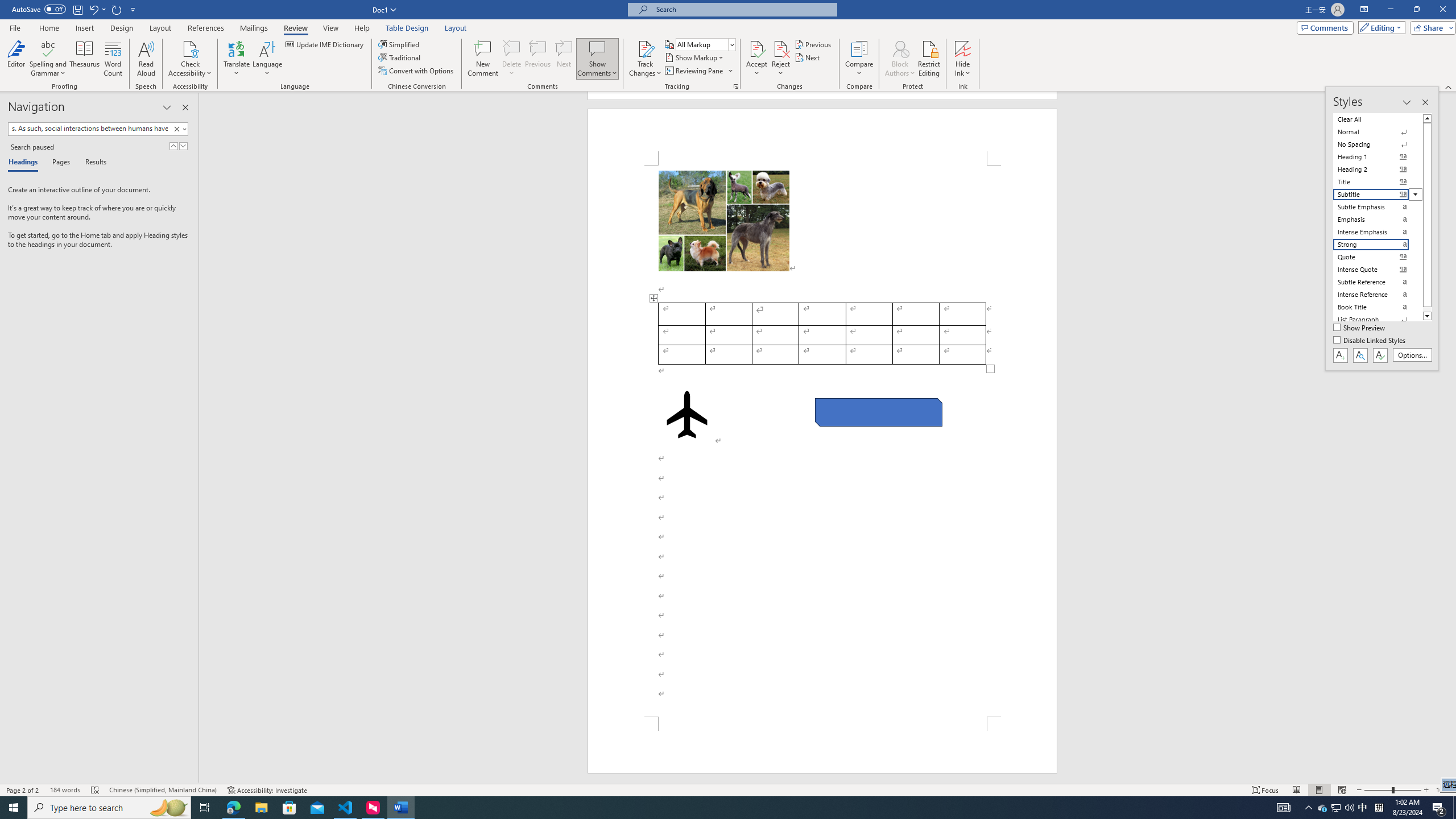 This screenshot has height=819, width=1456. What do you see at coordinates (1379, 355) in the screenshot?
I see `'Class: NetUIButton'` at bounding box center [1379, 355].